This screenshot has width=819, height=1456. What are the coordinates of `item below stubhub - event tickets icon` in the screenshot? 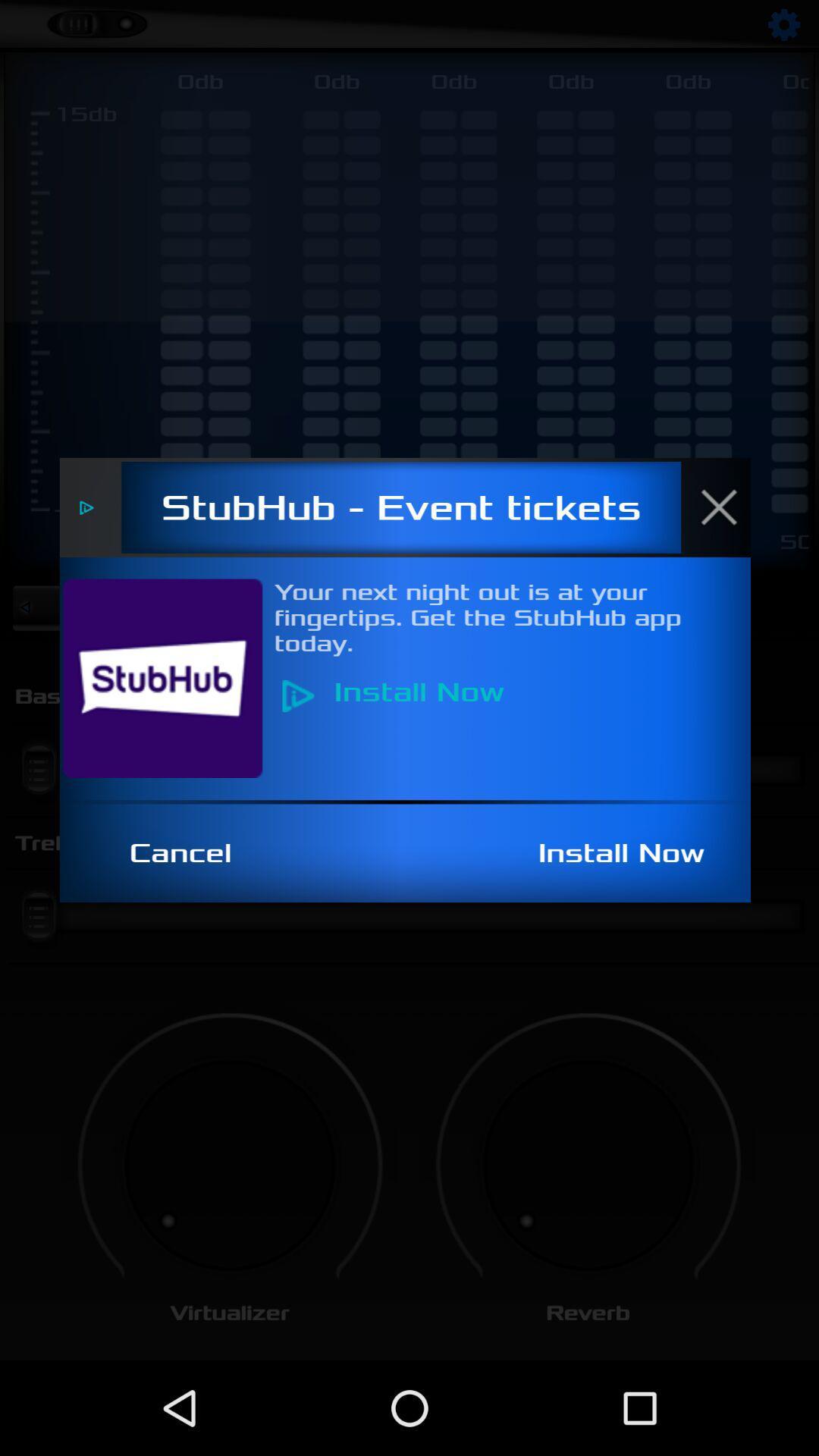 It's located at (171, 677).